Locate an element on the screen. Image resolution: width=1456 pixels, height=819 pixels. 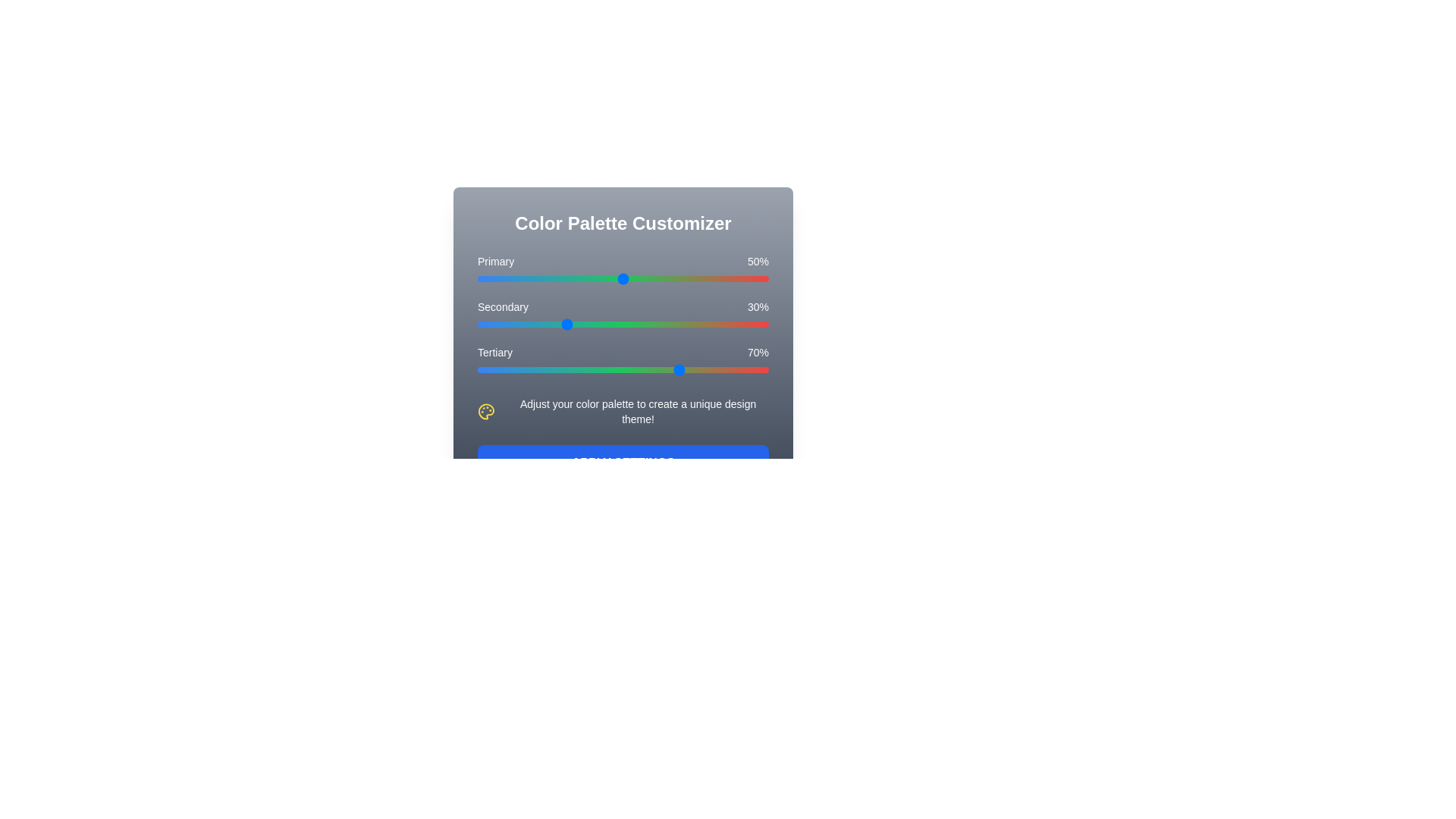
the Graphic Icon resembling a paint palette, which has a yellow outline and color samples, located to the left of the text 'Adjust your color palette to create a unique design theme!' is located at coordinates (486, 412).